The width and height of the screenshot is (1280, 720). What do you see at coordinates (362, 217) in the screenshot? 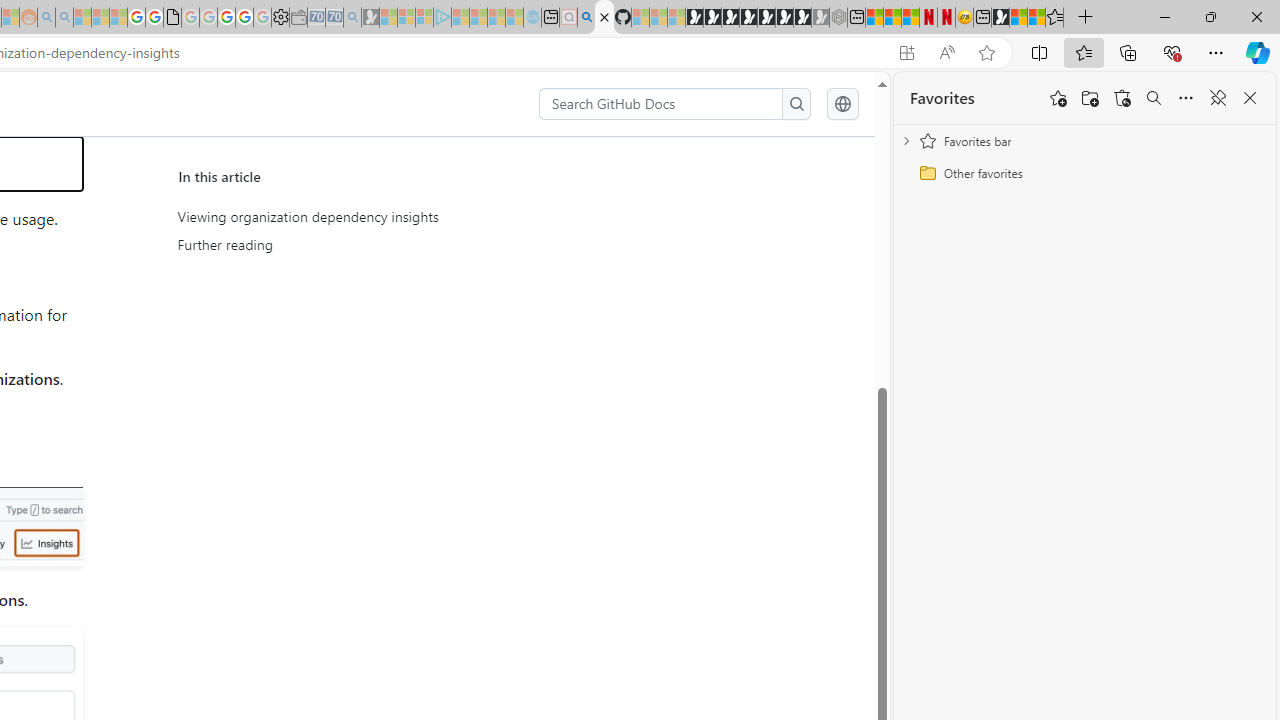
I see `'Viewing organization dependency insights'` at bounding box center [362, 217].